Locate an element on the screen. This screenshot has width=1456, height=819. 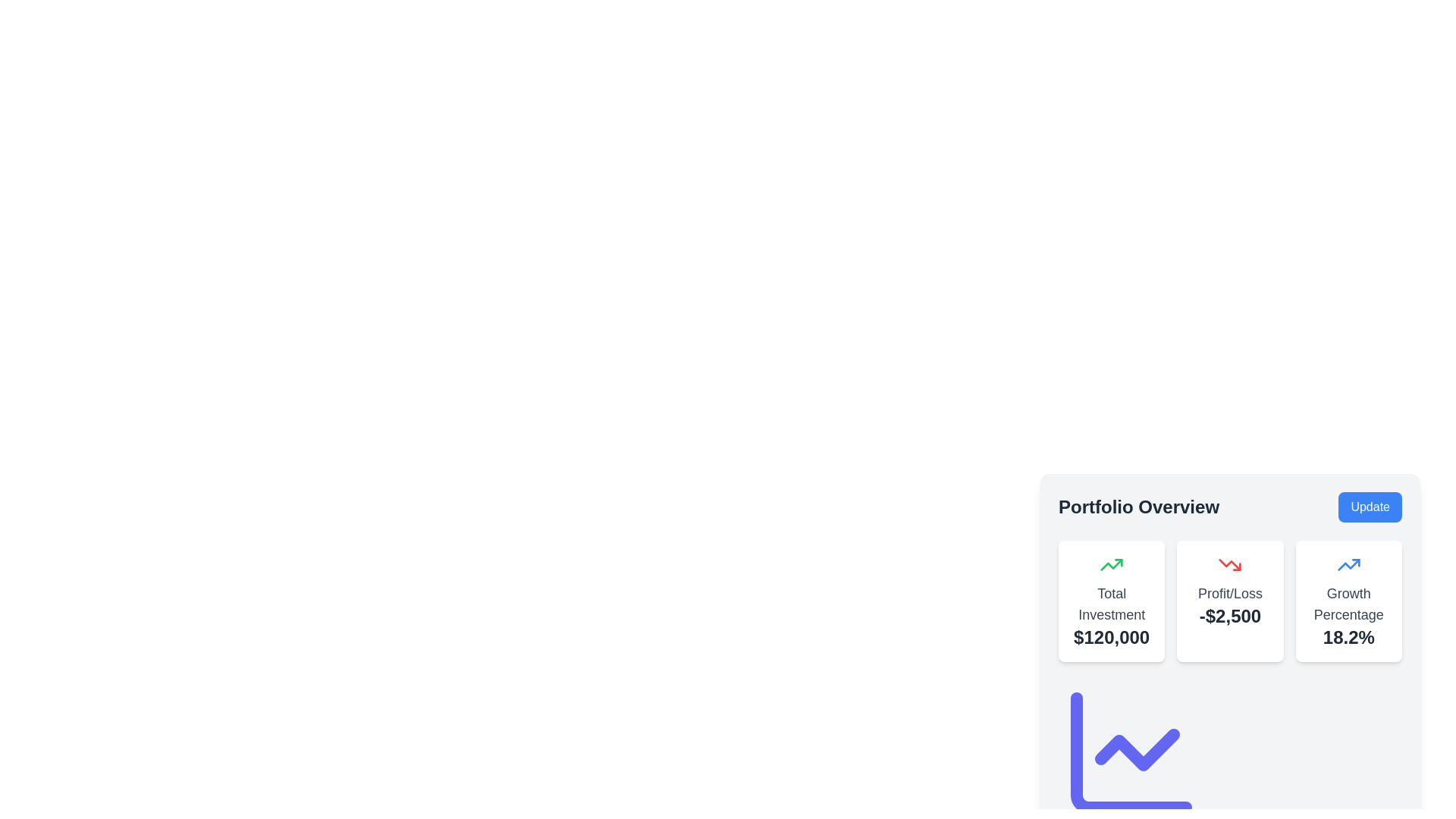
the green upward-trending arrow icon located in the upper-left corner of the financial information card, above the text 'Total Investment' and '$120,000' is located at coordinates (1112, 564).